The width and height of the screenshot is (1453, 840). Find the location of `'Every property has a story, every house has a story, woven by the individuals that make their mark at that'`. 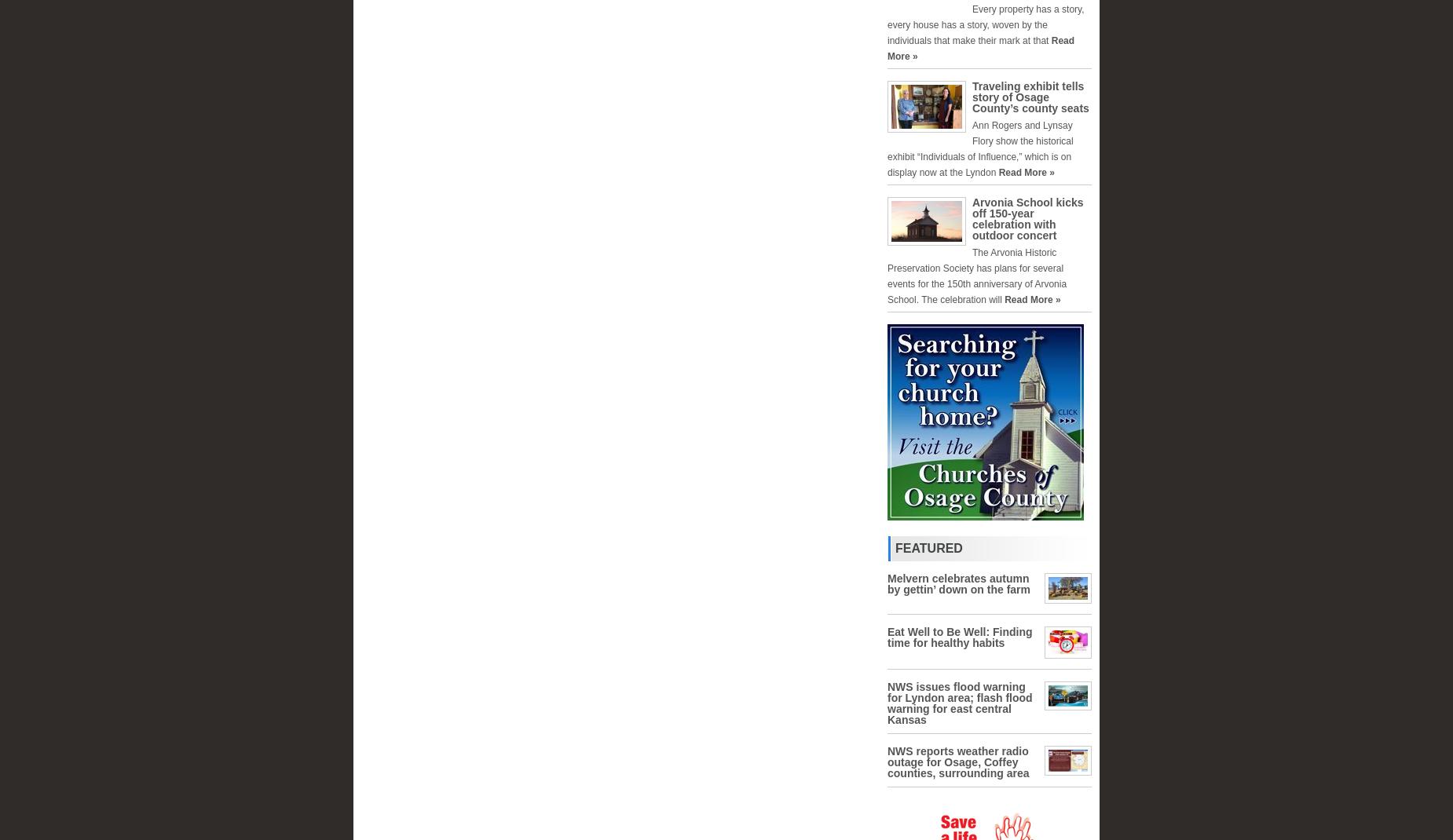

'Every property has a story, every house has a story, woven by the individuals that make their mark at that' is located at coordinates (985, 24).